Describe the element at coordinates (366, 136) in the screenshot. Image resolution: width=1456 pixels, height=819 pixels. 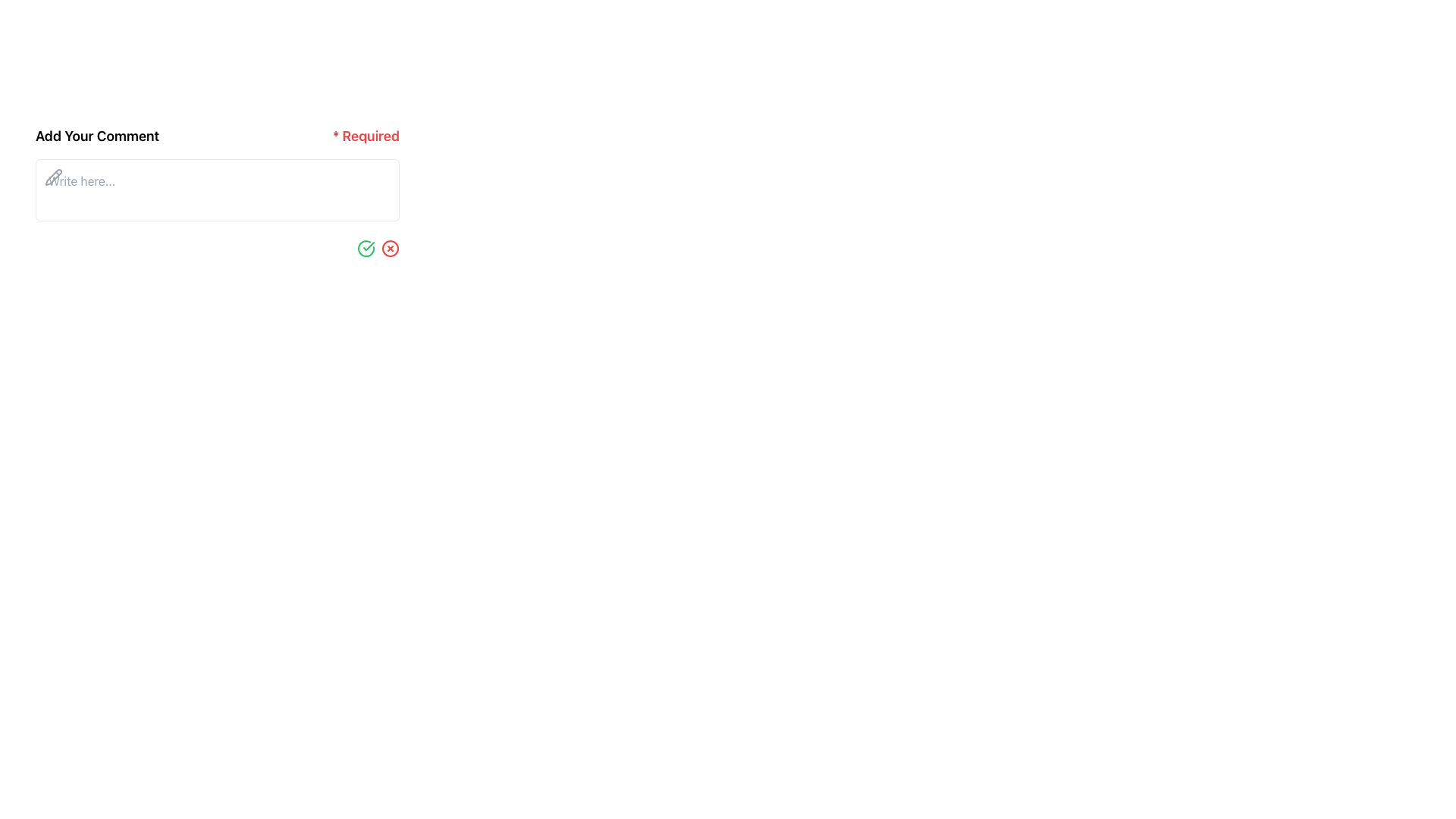
I see `the mandatory indication text label located to the right of the 'Add Your Comment' text in the header section of the input field` at that location.